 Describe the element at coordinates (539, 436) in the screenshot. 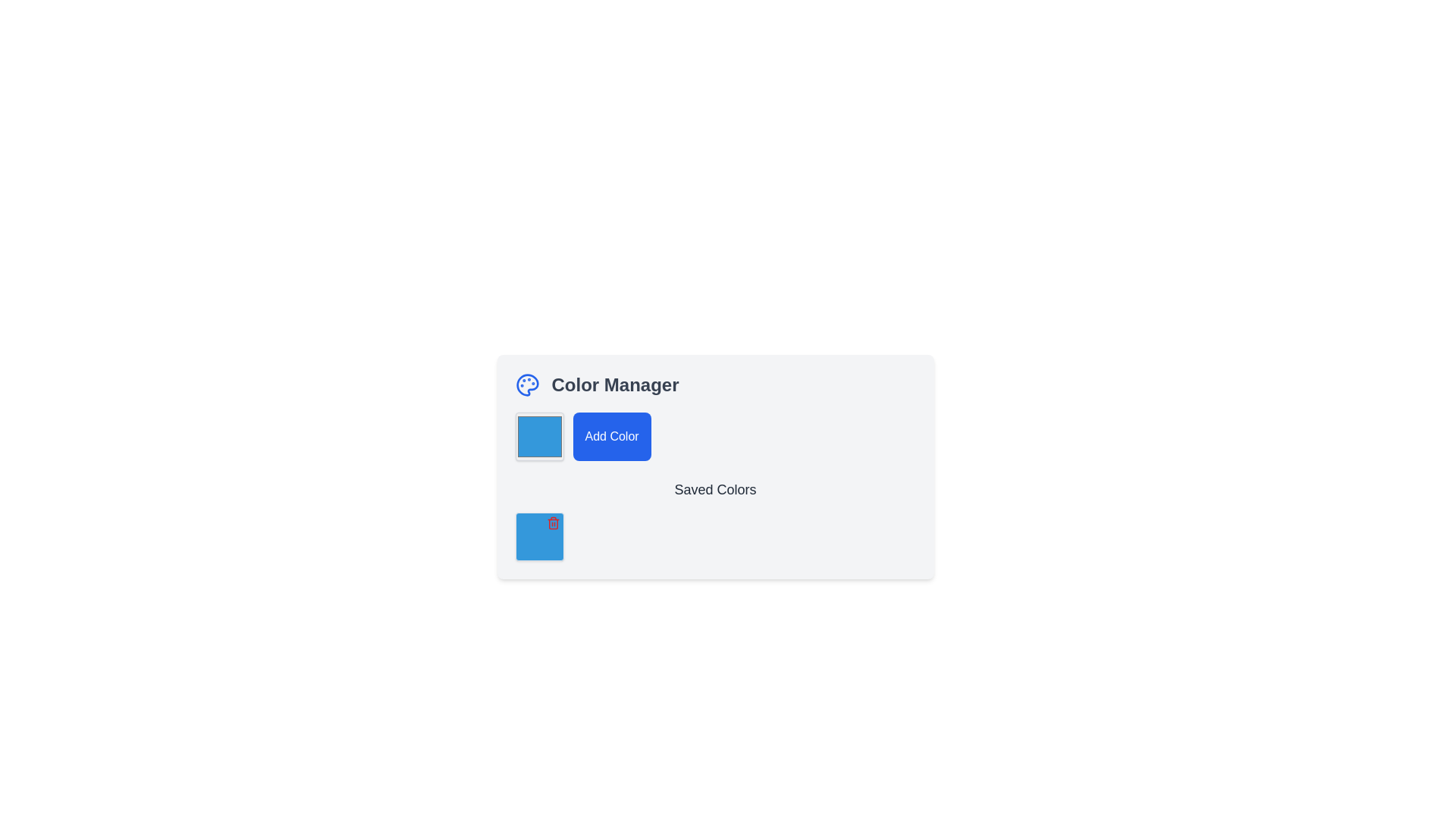

I see `the color swatch located` at that location.